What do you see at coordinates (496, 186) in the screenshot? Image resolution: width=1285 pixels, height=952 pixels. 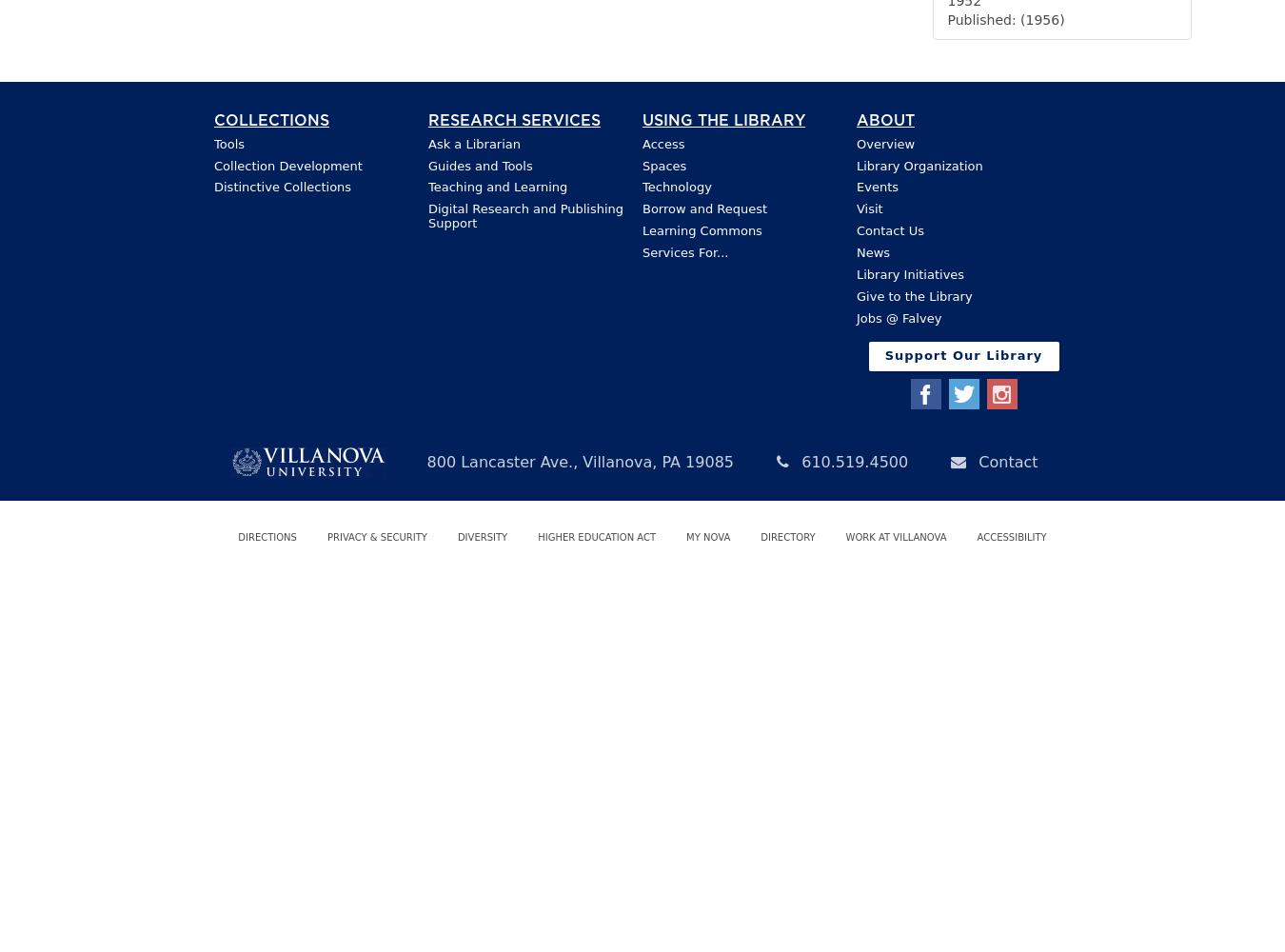 I see `'Teaching and Learning'` at bounding box center [496, 186].